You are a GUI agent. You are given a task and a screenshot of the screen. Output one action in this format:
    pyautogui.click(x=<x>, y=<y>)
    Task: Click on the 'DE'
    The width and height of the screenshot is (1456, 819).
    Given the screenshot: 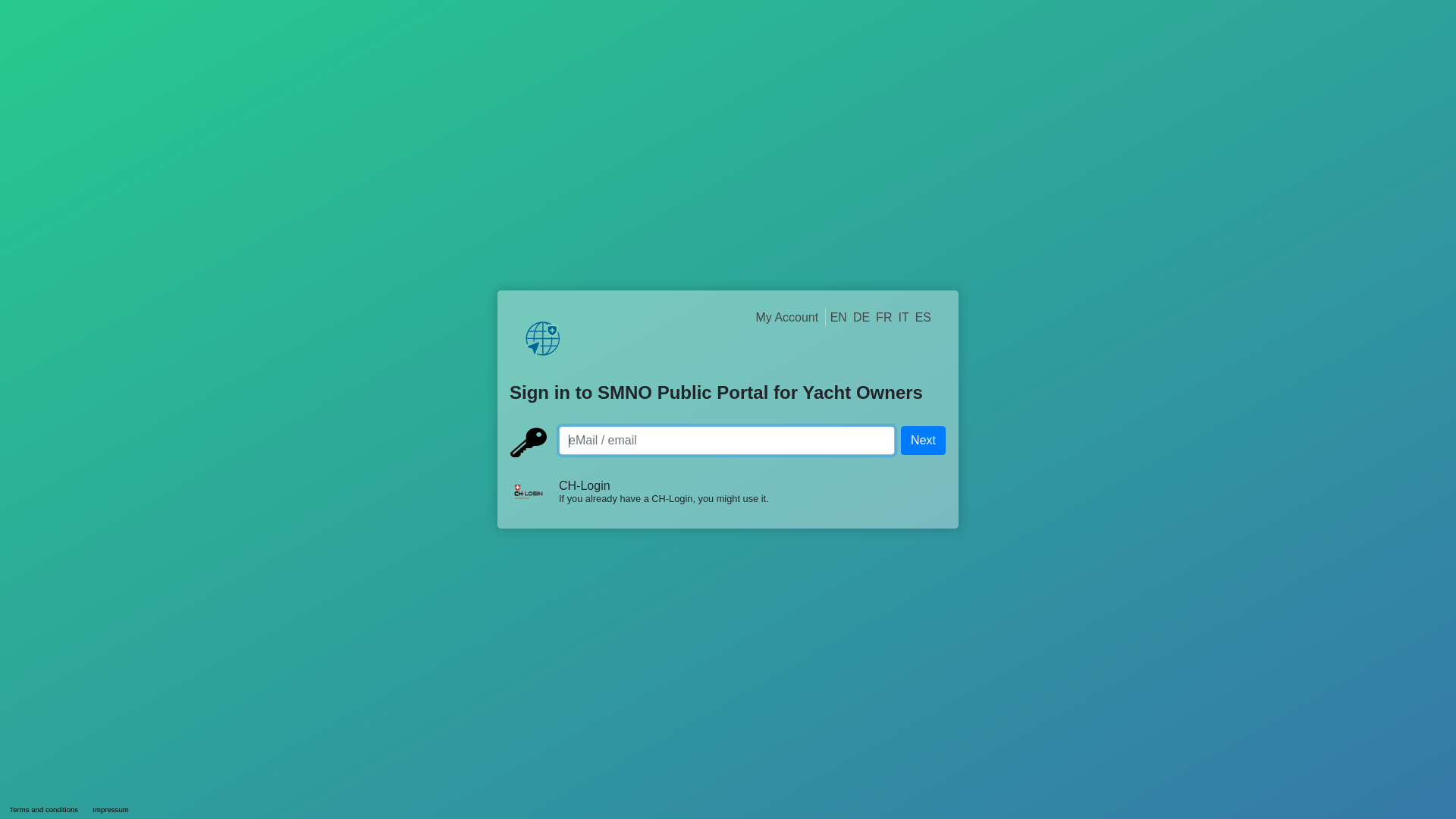 What is the action you would take?
    pyautogui.click(x=861, y=316)
    